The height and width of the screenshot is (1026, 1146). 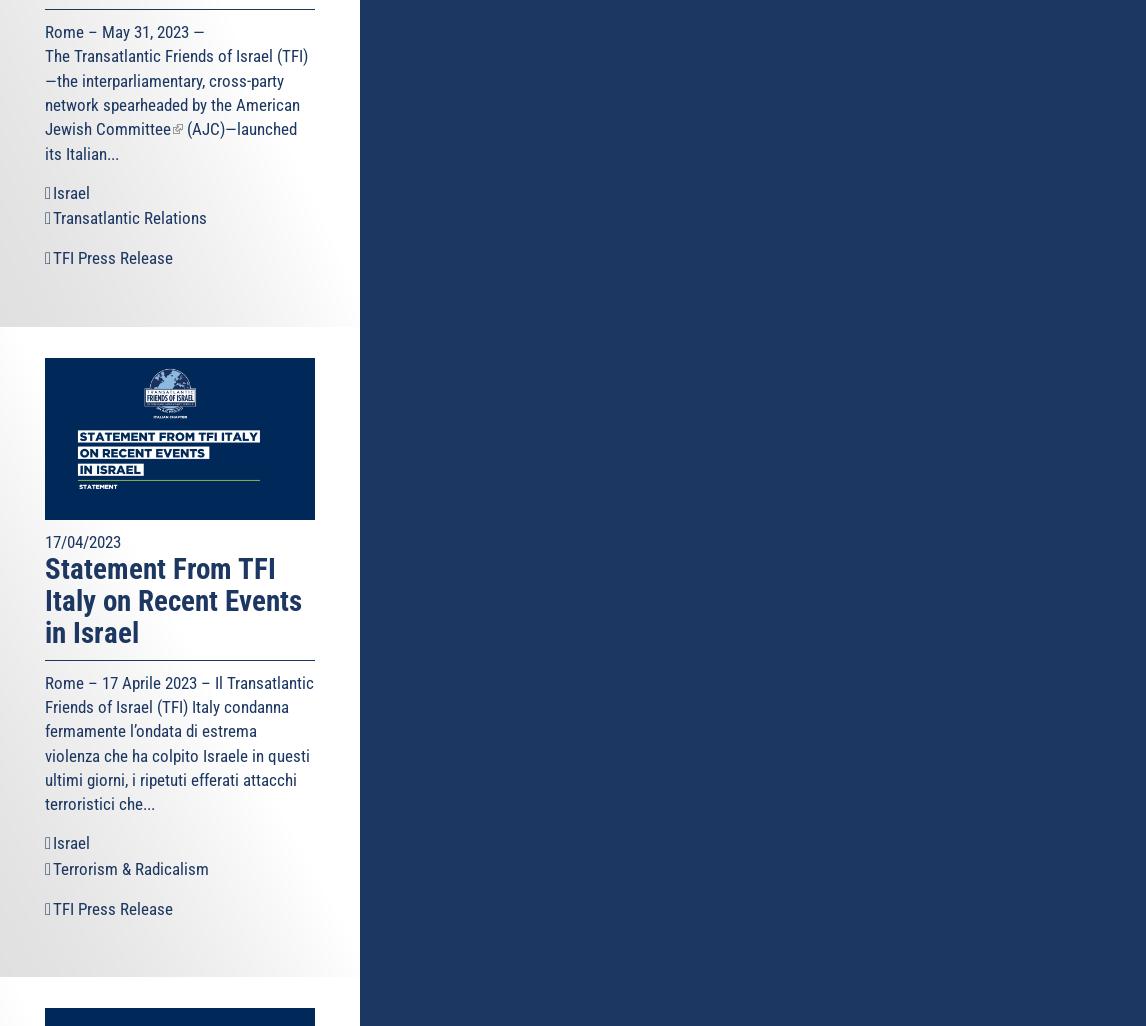 What do you see at coordinates (176, 79) in the screenshot?
I see `'(TFI)—the interparliamentary, cross-party network spearheaded by the'` at bounding box center [176, 79].